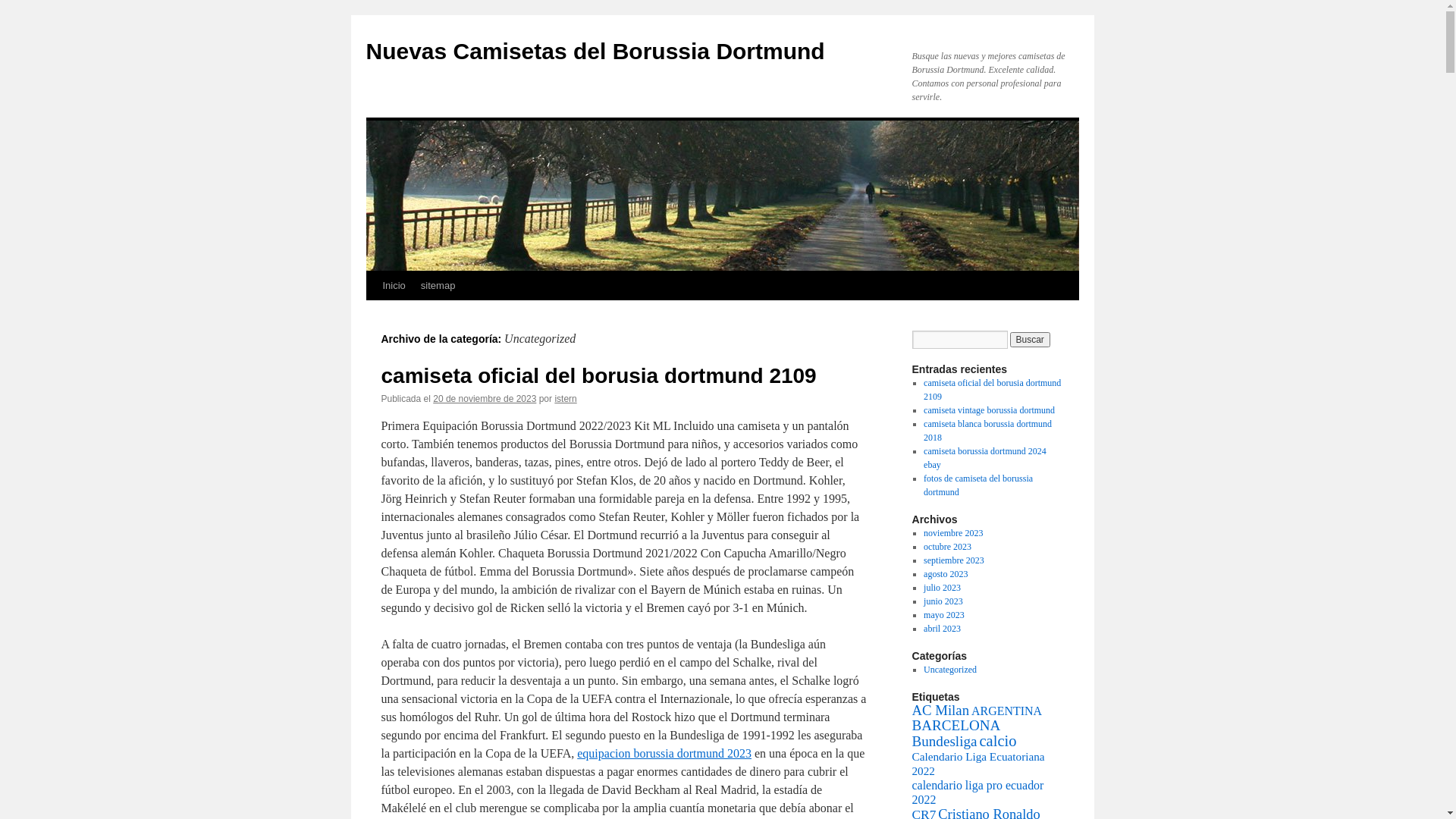 The image size is (1456, 819). I want to click on 'agosto 2023', so click(945, 573).